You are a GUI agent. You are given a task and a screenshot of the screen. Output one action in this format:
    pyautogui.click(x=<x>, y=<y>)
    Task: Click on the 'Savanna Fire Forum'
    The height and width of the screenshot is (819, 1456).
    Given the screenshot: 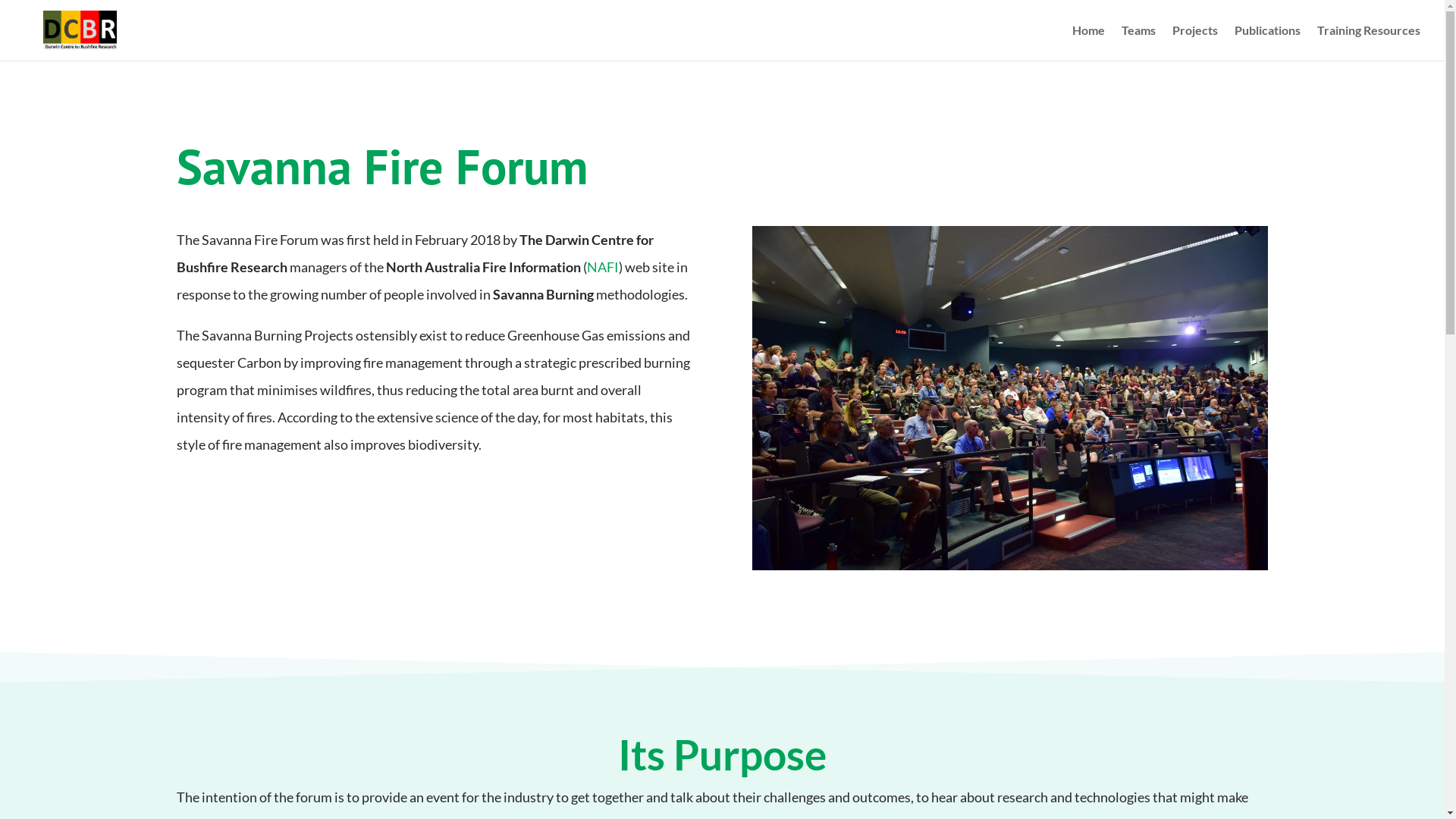 What is the action you would take?
    pyautogui.click(x=1010, y=397)
    